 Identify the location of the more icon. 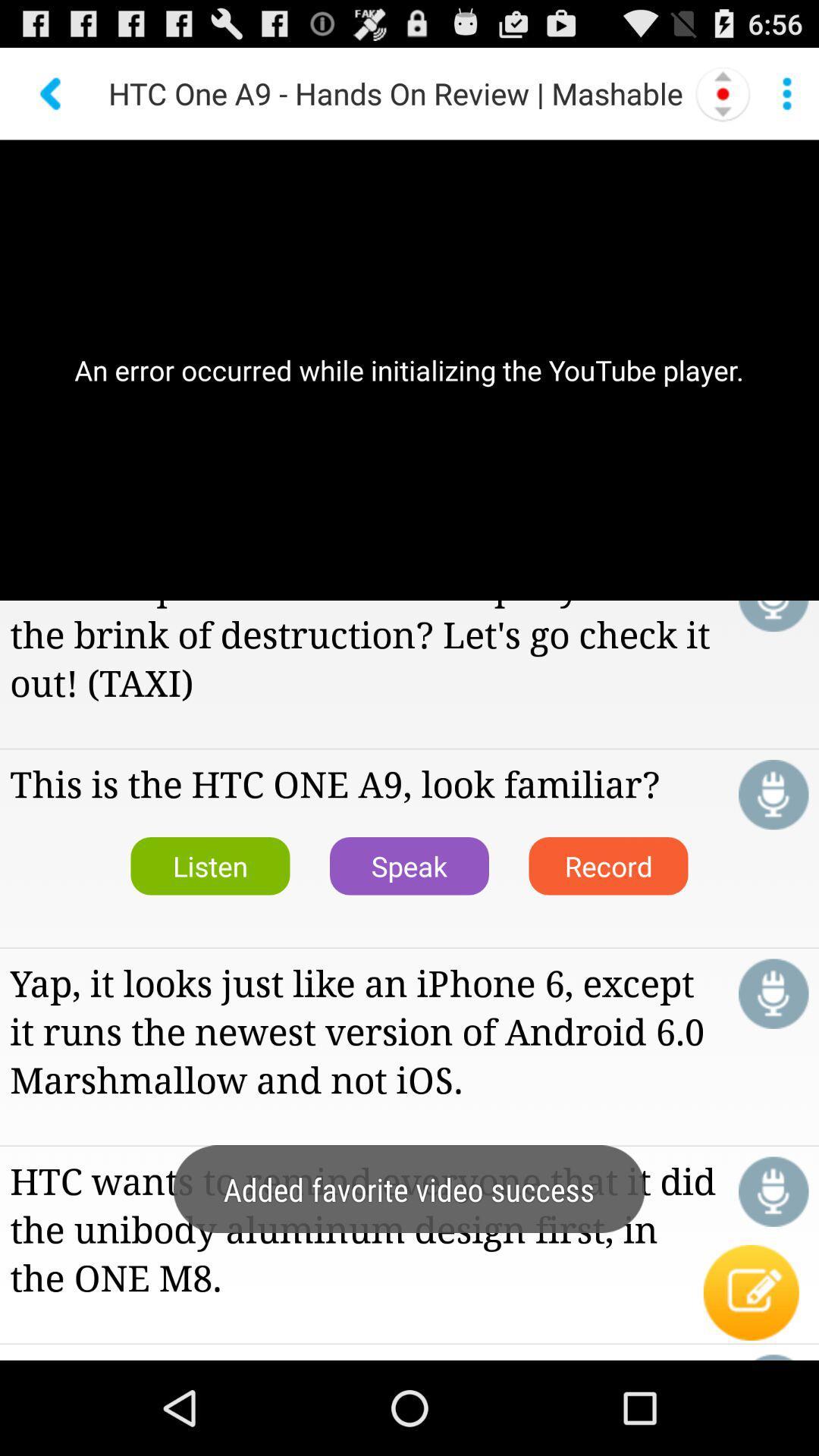
(786, 99).